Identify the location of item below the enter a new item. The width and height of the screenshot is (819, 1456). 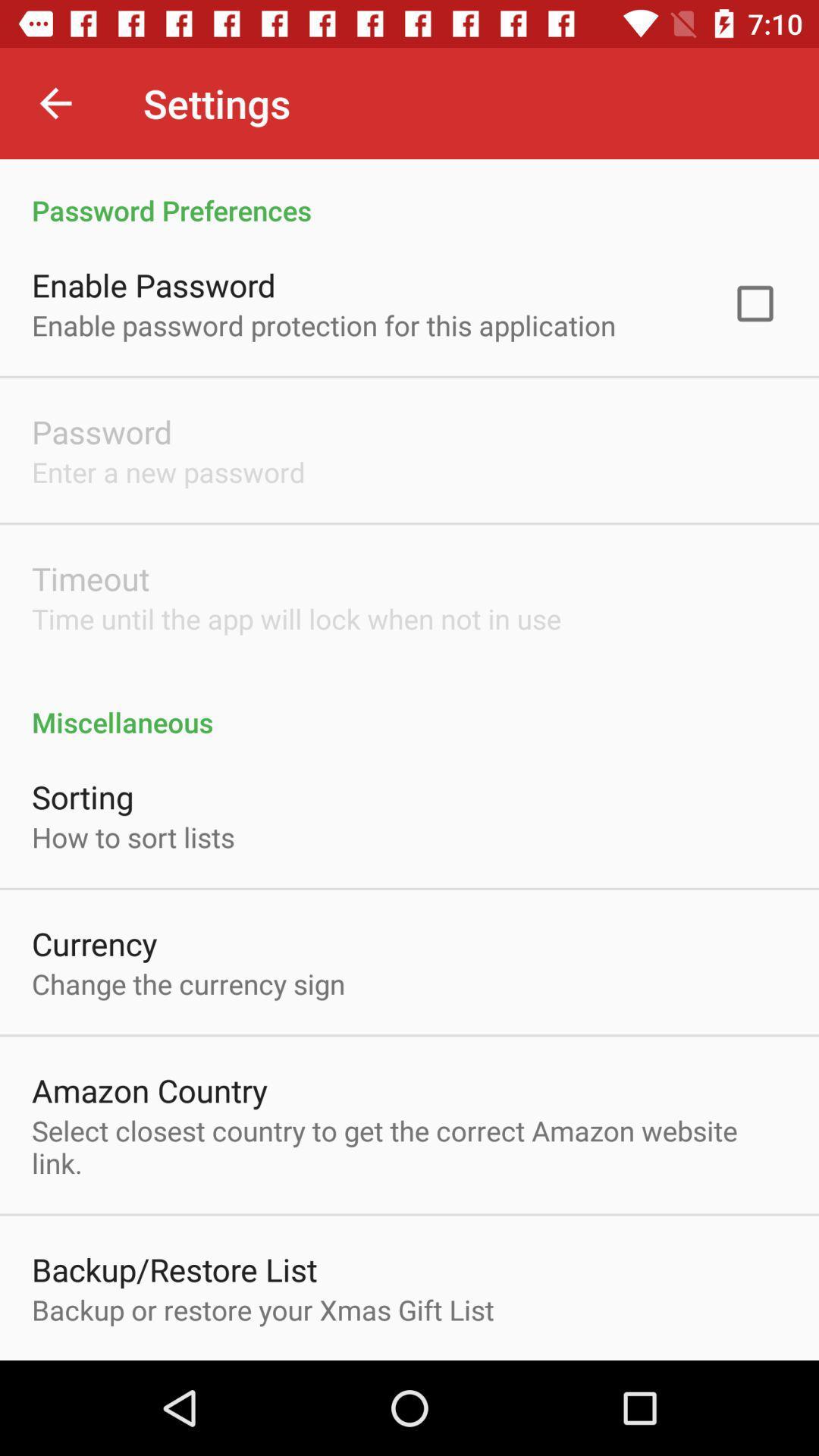
(90, 577).